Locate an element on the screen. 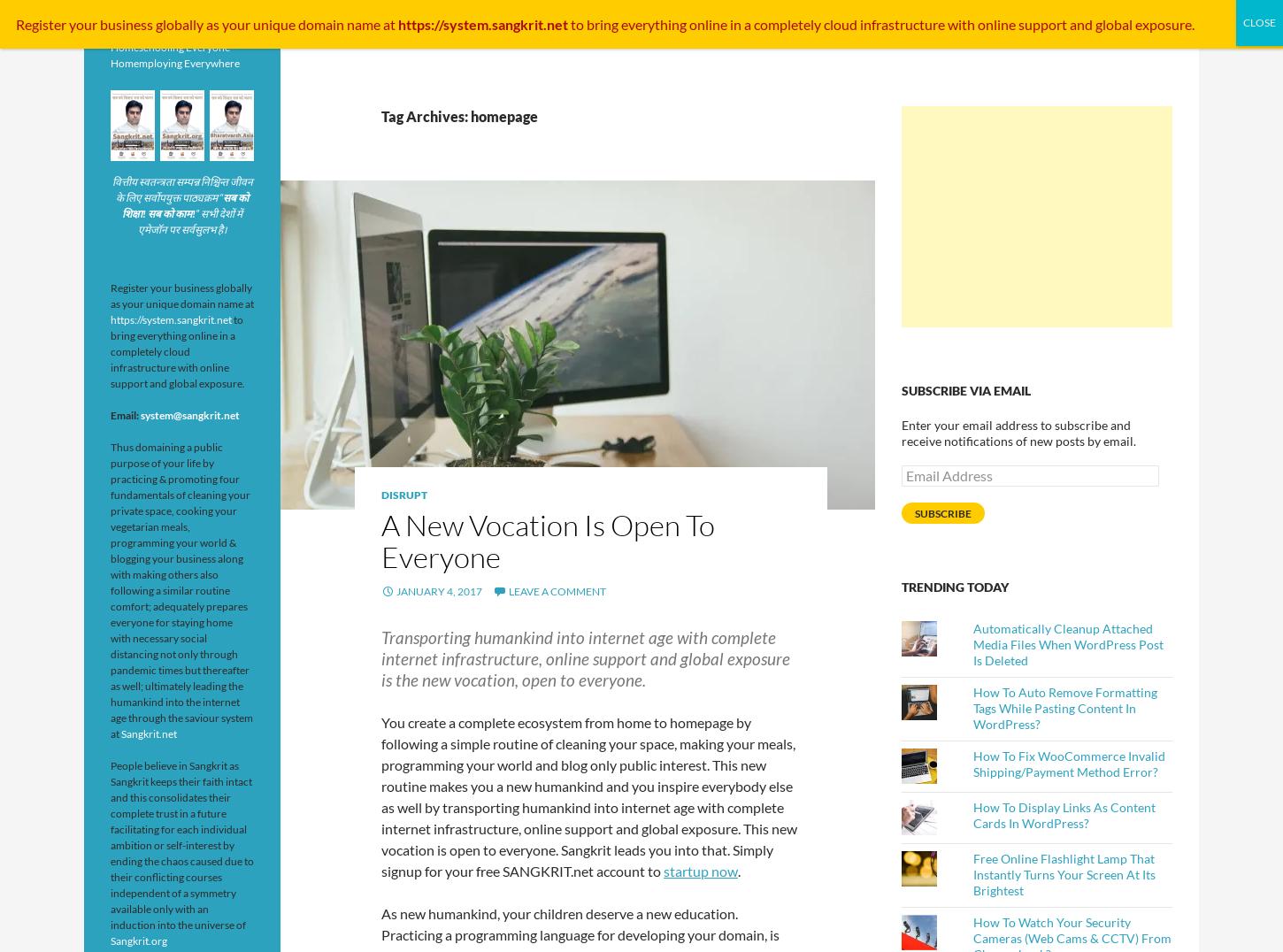 The height and width of the screenshot is (952, 1283). 'Thus domaining a public purpose of your life by practicing & promoting four fundamentals of cleaning your private space, cooking your vegetarian meals, programming your world & blogging your business along with making others also following a similar routine comfort; adequately prepares everyone for staying home with necessary social distancing not only through pandemic times but thereafter as well; ultimately leading the humankind into the internet age through the saviour system at' is located at coordinates (181, 589).